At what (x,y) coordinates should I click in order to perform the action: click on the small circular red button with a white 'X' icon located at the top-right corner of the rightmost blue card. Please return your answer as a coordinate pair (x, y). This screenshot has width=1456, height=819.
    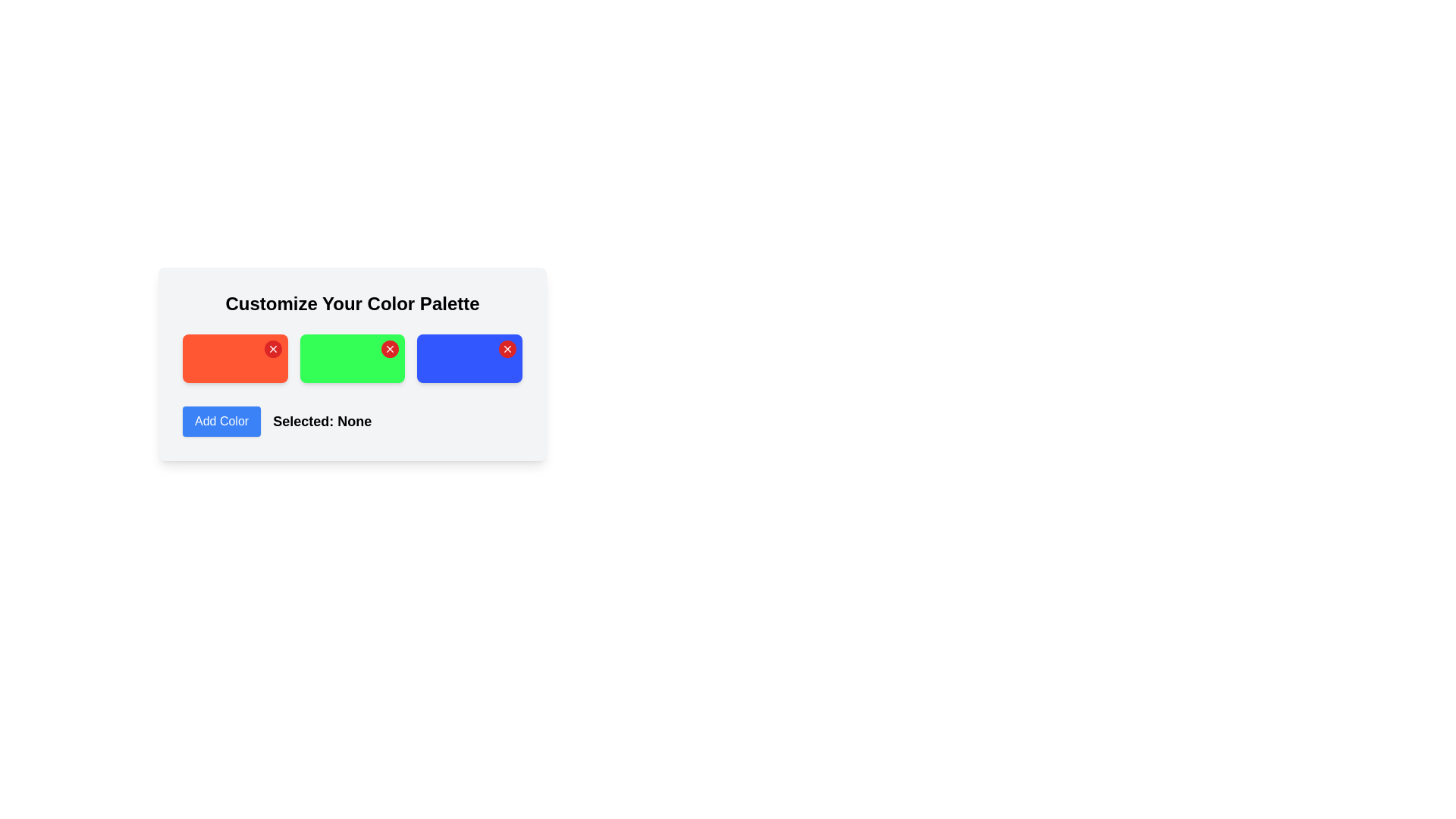
    Looking at the image, I should click on (507, 349).